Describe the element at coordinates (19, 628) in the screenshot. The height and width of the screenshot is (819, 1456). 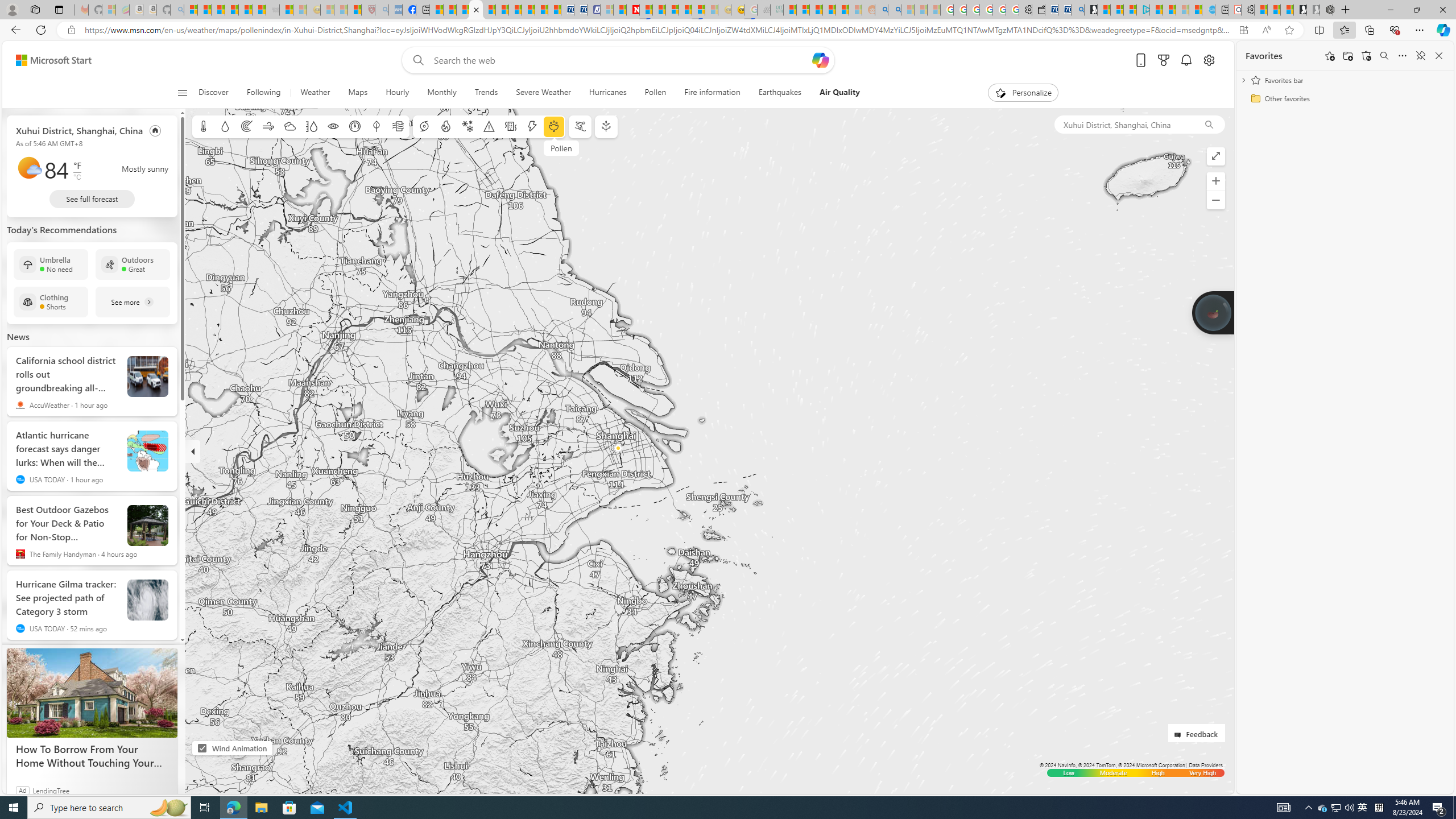
I see `'USA TODAY'` at that location.